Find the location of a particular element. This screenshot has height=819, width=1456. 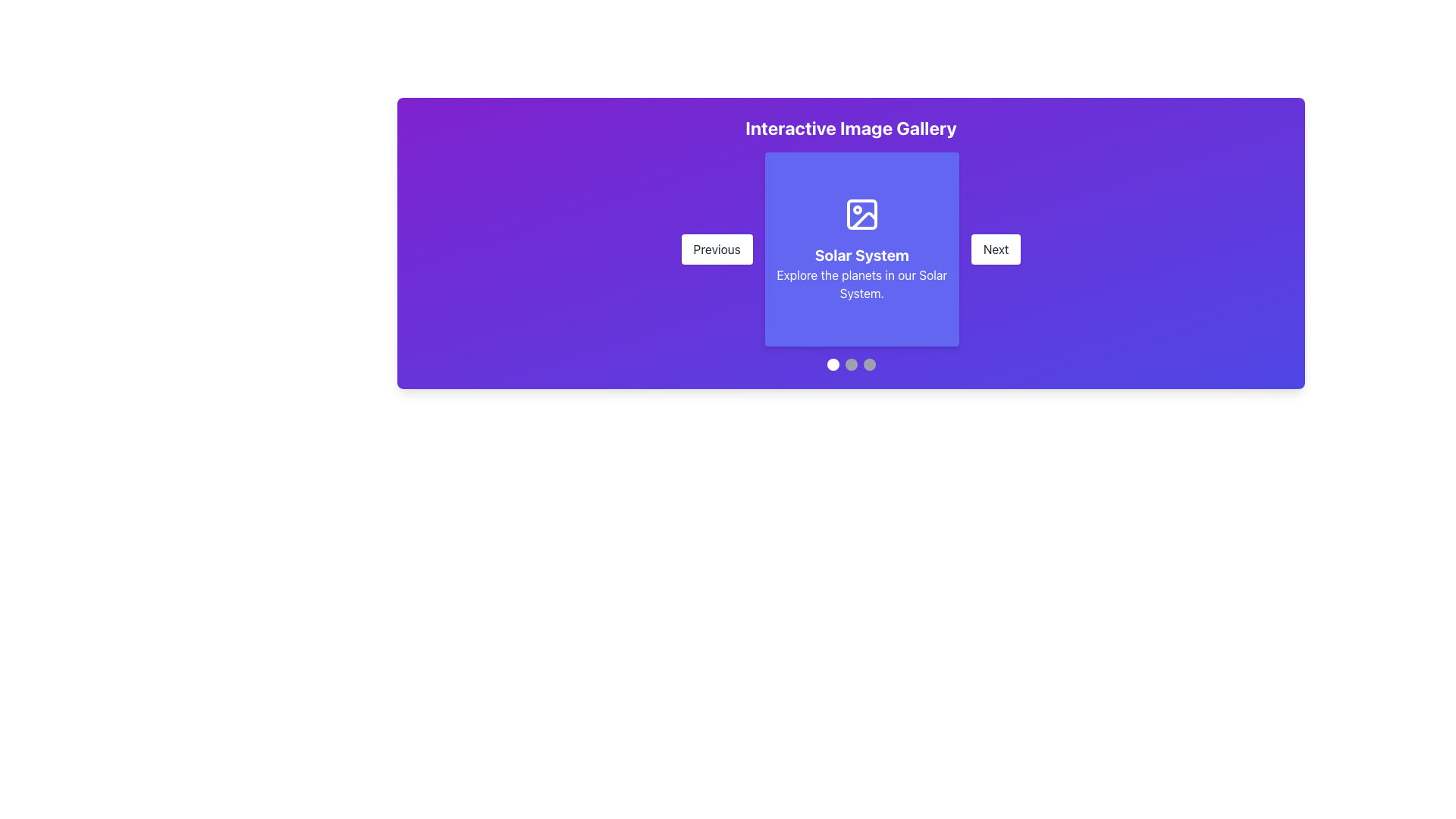

the decorative icon representing imagery or media-related content for the 'Solar System' card, located at the center of the card section above the text 'Solar System.' is located at coordinates (861, 214).